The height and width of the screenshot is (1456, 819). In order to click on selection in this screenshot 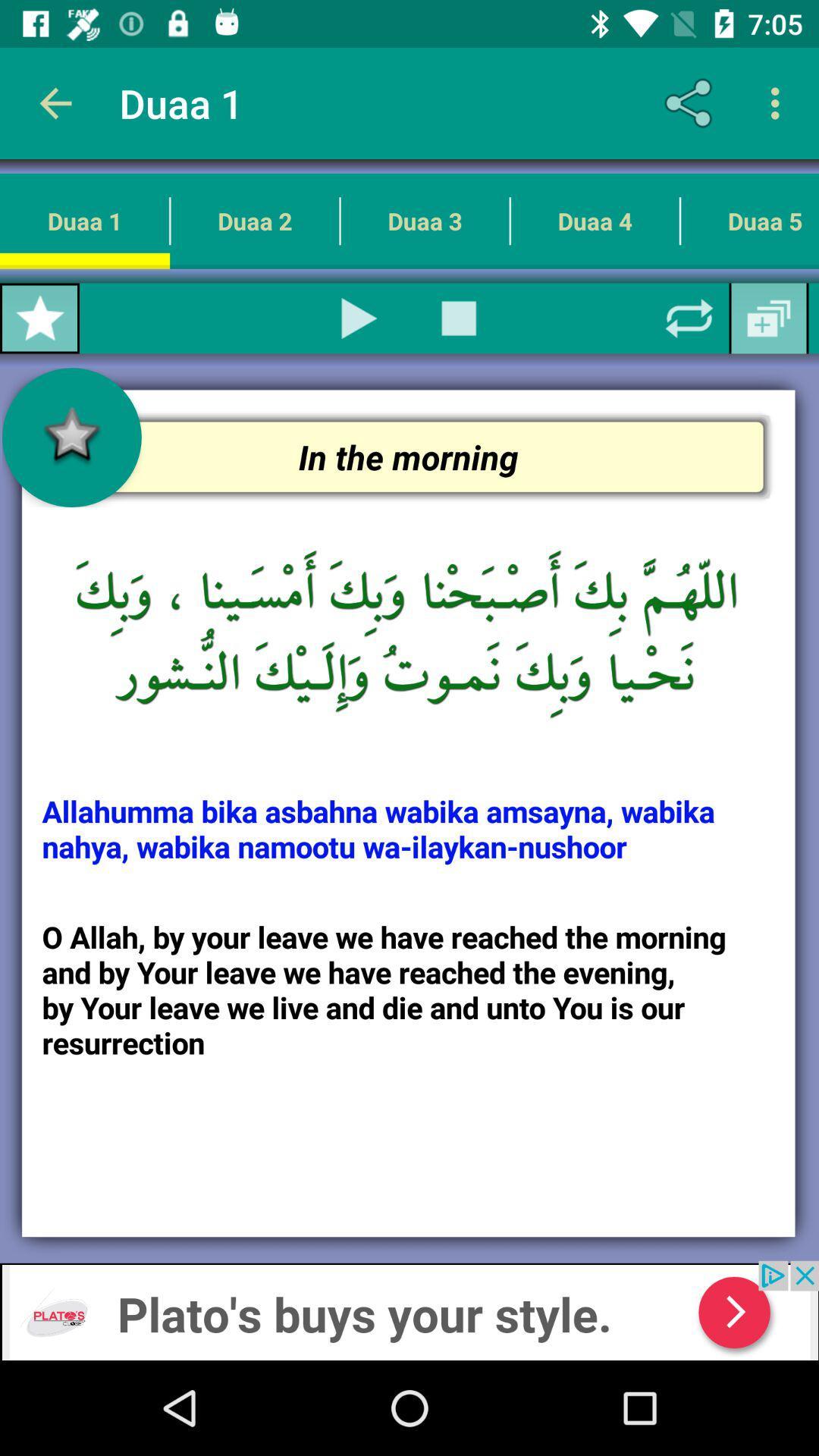, I will do `click(359, 318)`.